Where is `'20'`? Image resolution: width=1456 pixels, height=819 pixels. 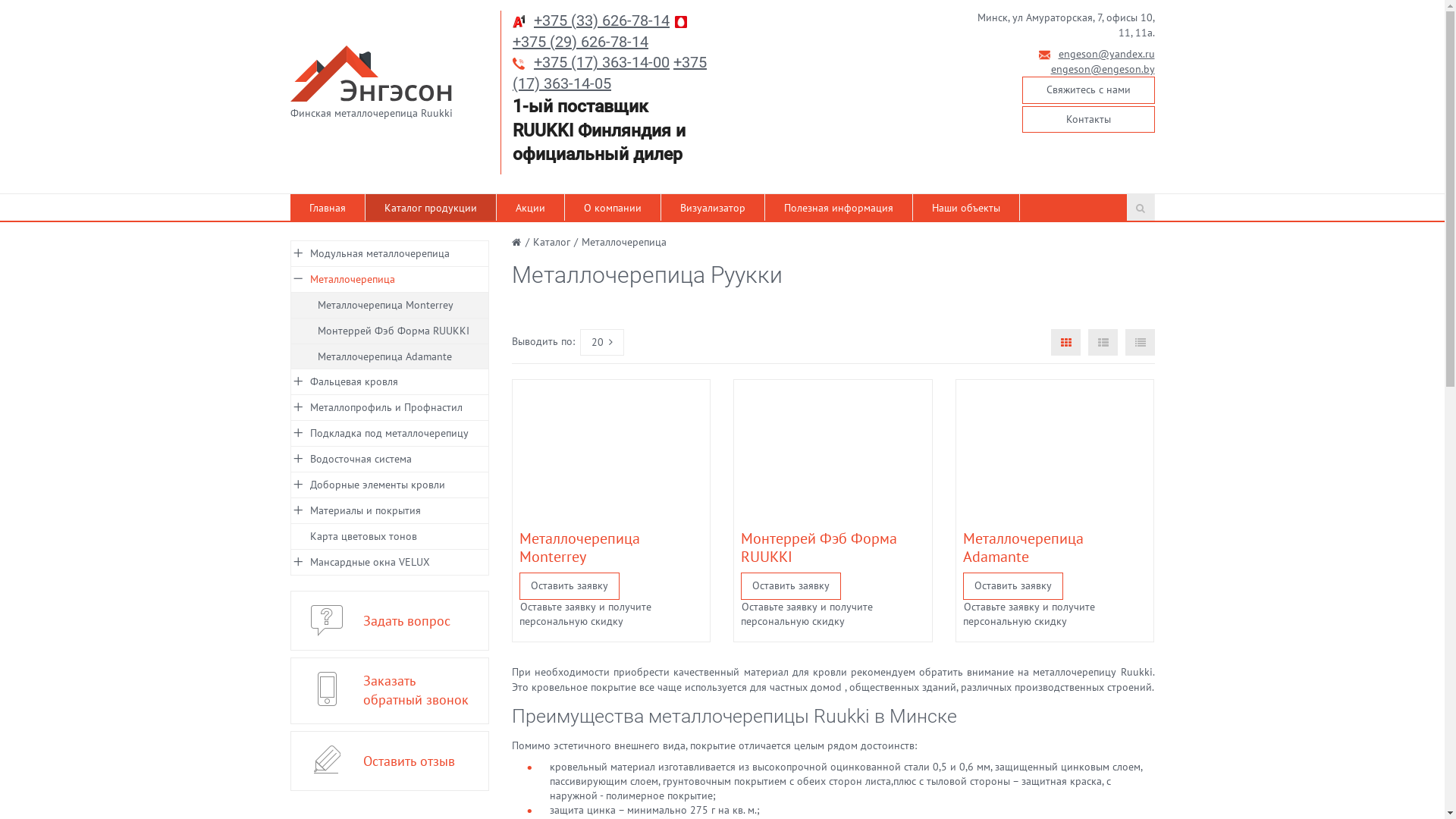
'20' is located at coordinates (601, 342).